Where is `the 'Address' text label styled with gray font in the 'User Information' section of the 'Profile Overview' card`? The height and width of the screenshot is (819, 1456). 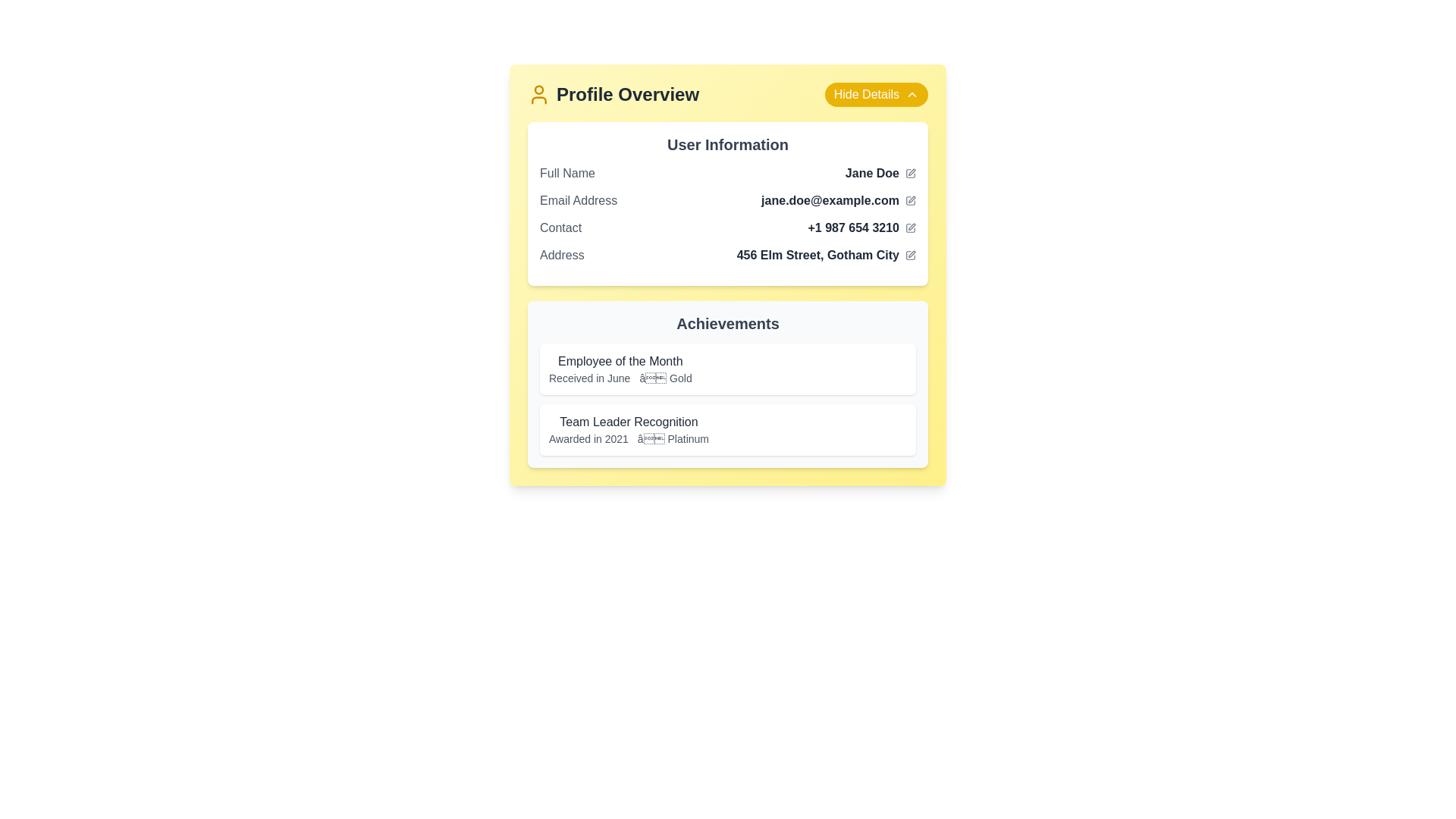
the 'Address' text label styled with gray font in the 'User Information' section of the 'Profile Overview' card is located at coordinates (561, 254).